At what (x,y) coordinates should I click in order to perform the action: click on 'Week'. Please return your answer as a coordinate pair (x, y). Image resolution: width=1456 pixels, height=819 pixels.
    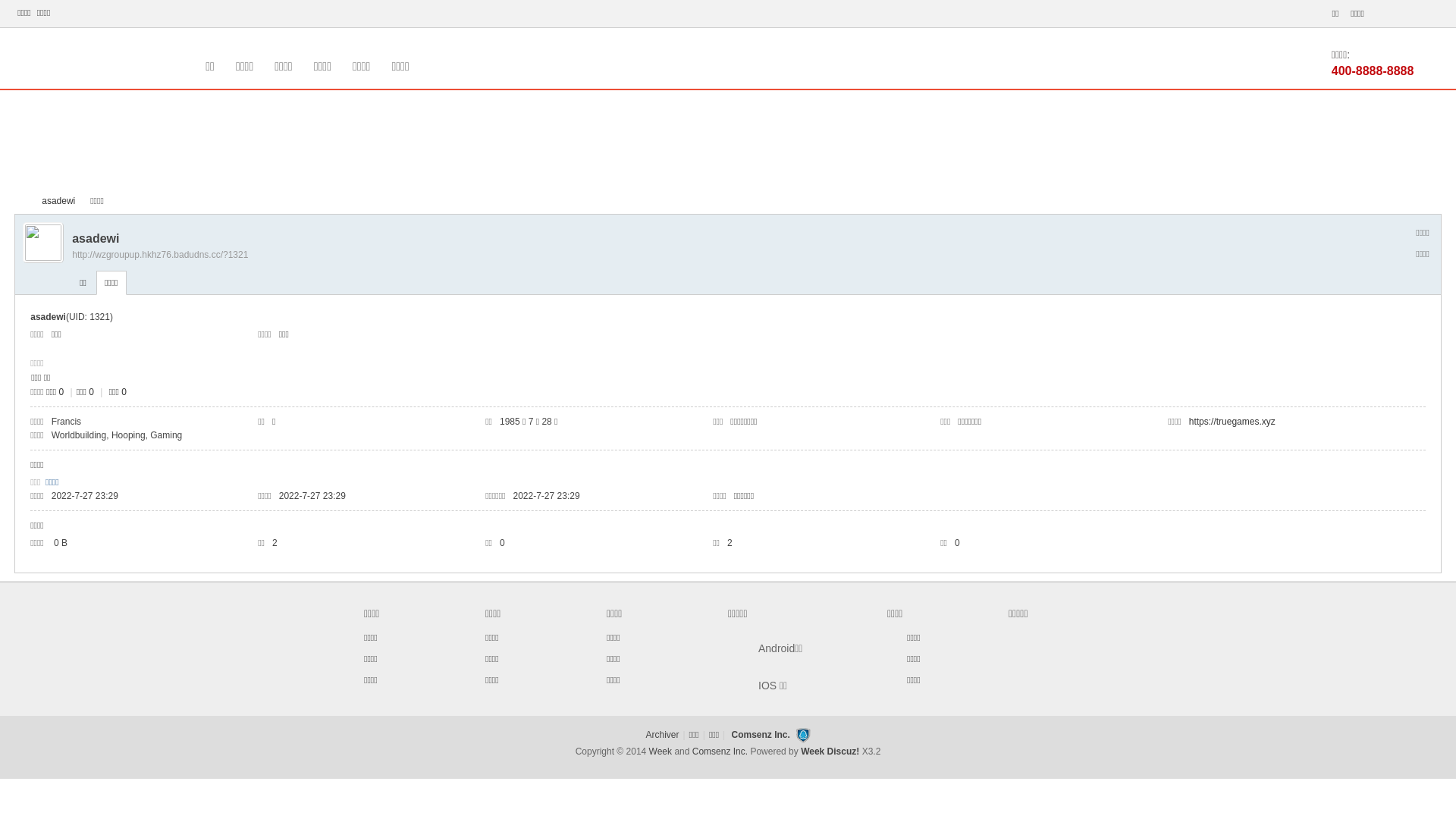
    Looking at the image, I should click on (662, 752).